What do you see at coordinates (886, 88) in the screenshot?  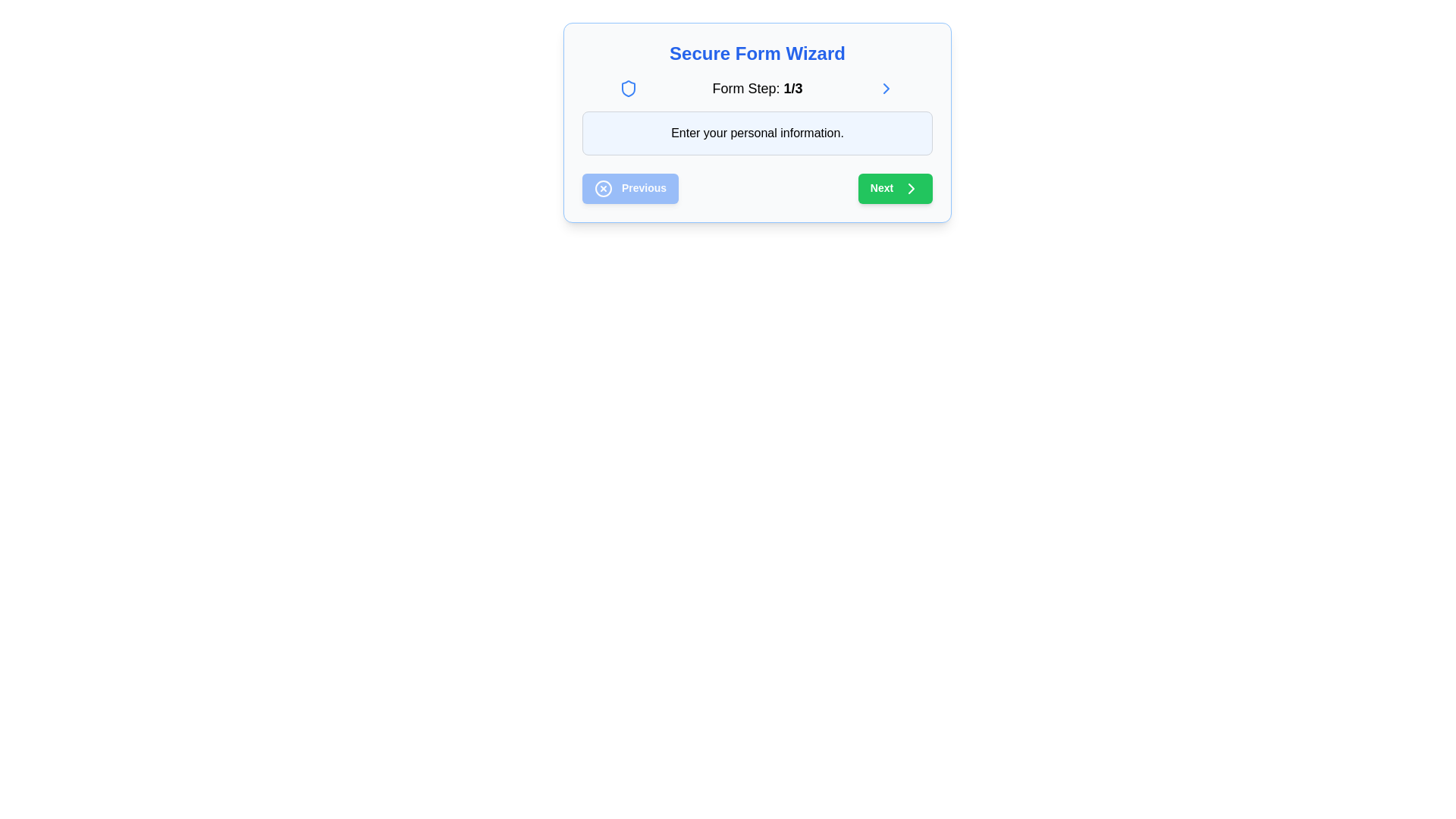 I see `the chevron icon that indicates progression to the next step in the form process, located to the right of the label 'Form Step: 1/3'` at bounding box center [886, 88].